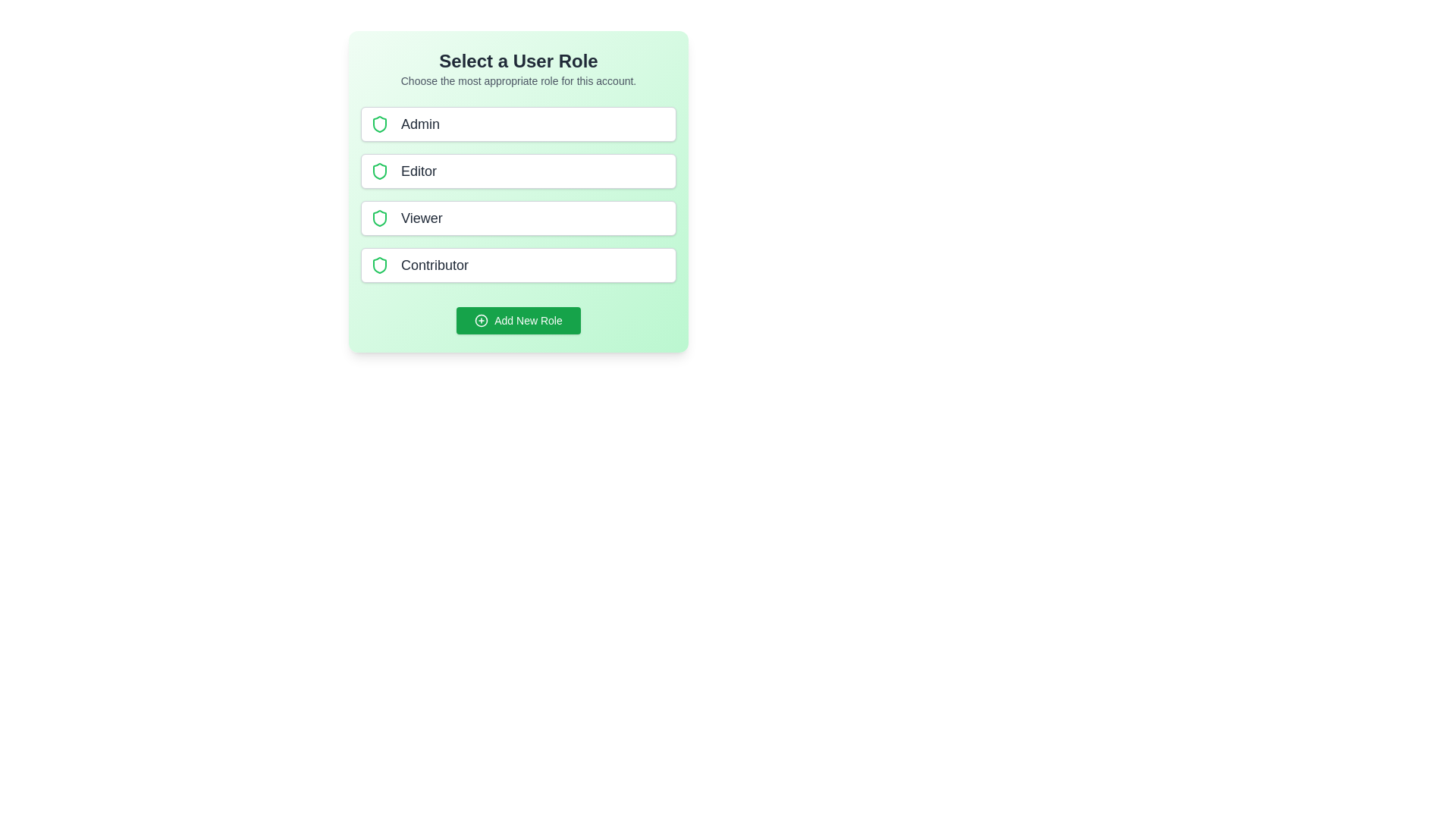  I want to click on the role Contributor to select it, so click(519, 265).